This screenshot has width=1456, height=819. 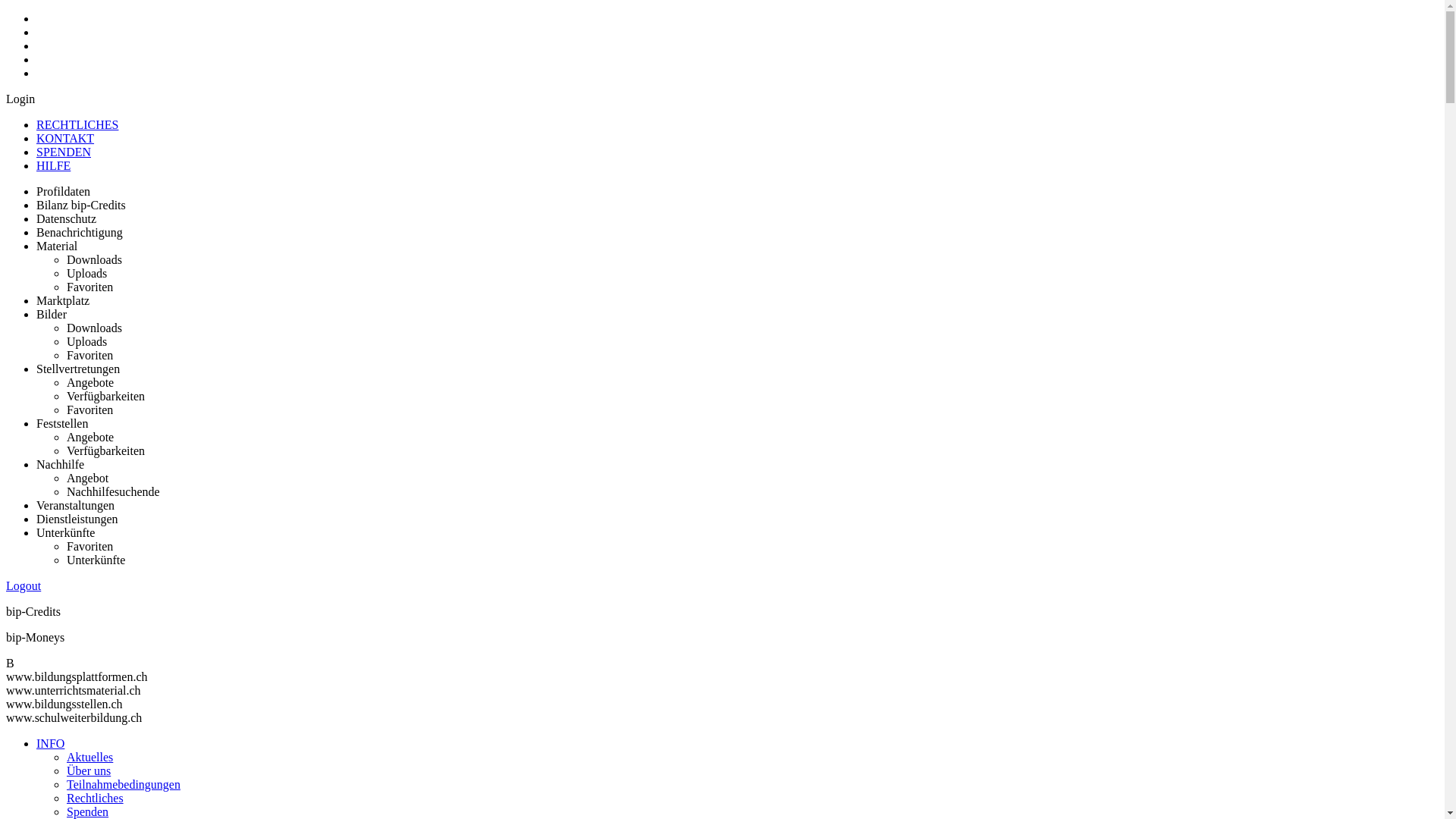 What do you see at coordinates (20, 99) in the screenshot?
I see `'Login'` at bounding box center [20, 99].